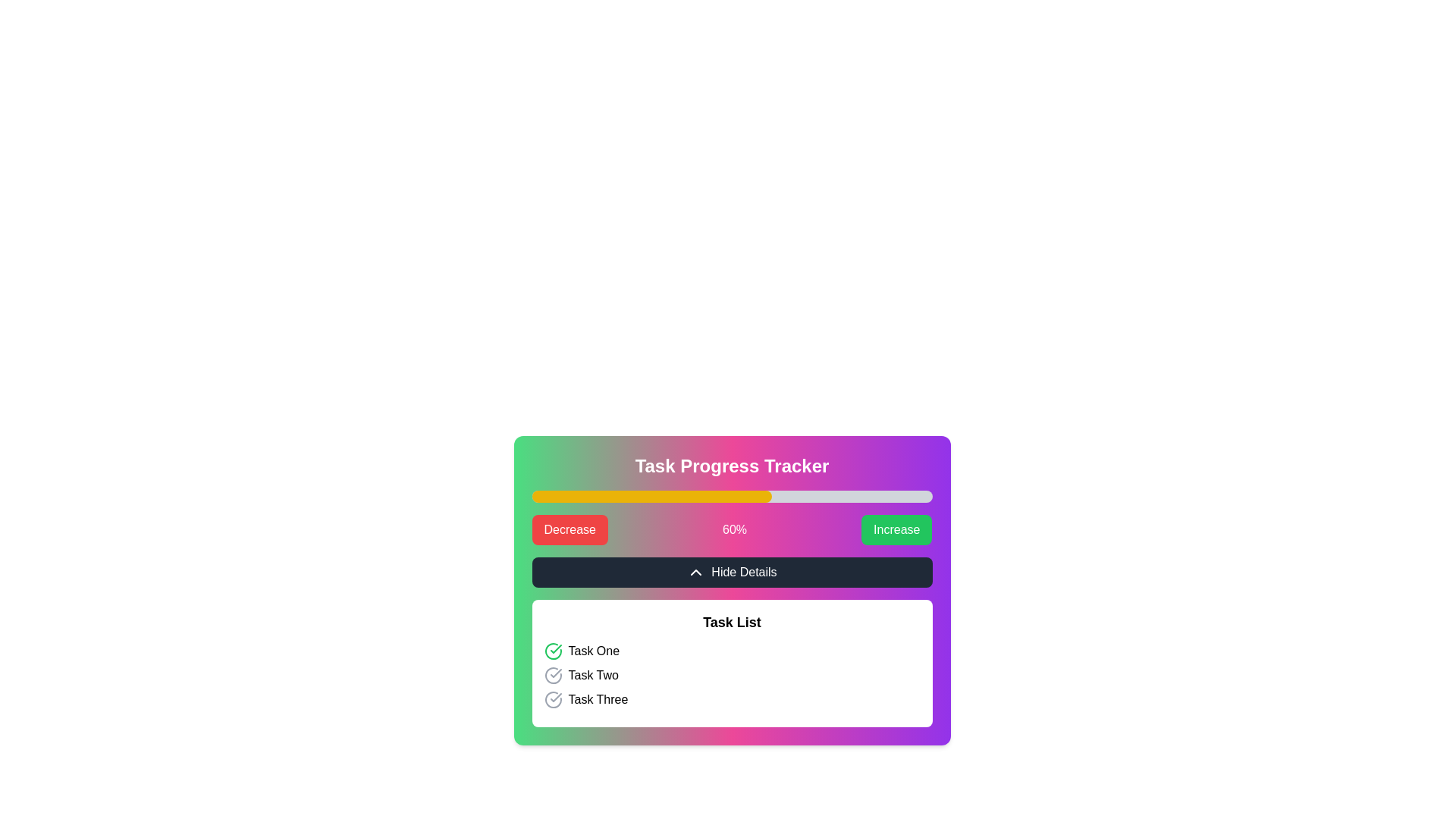  Describe the element at coordinates (552, 699) in the screenshot. I see `the status indicator icon for 'Task Three' if it is interactive` at that location.